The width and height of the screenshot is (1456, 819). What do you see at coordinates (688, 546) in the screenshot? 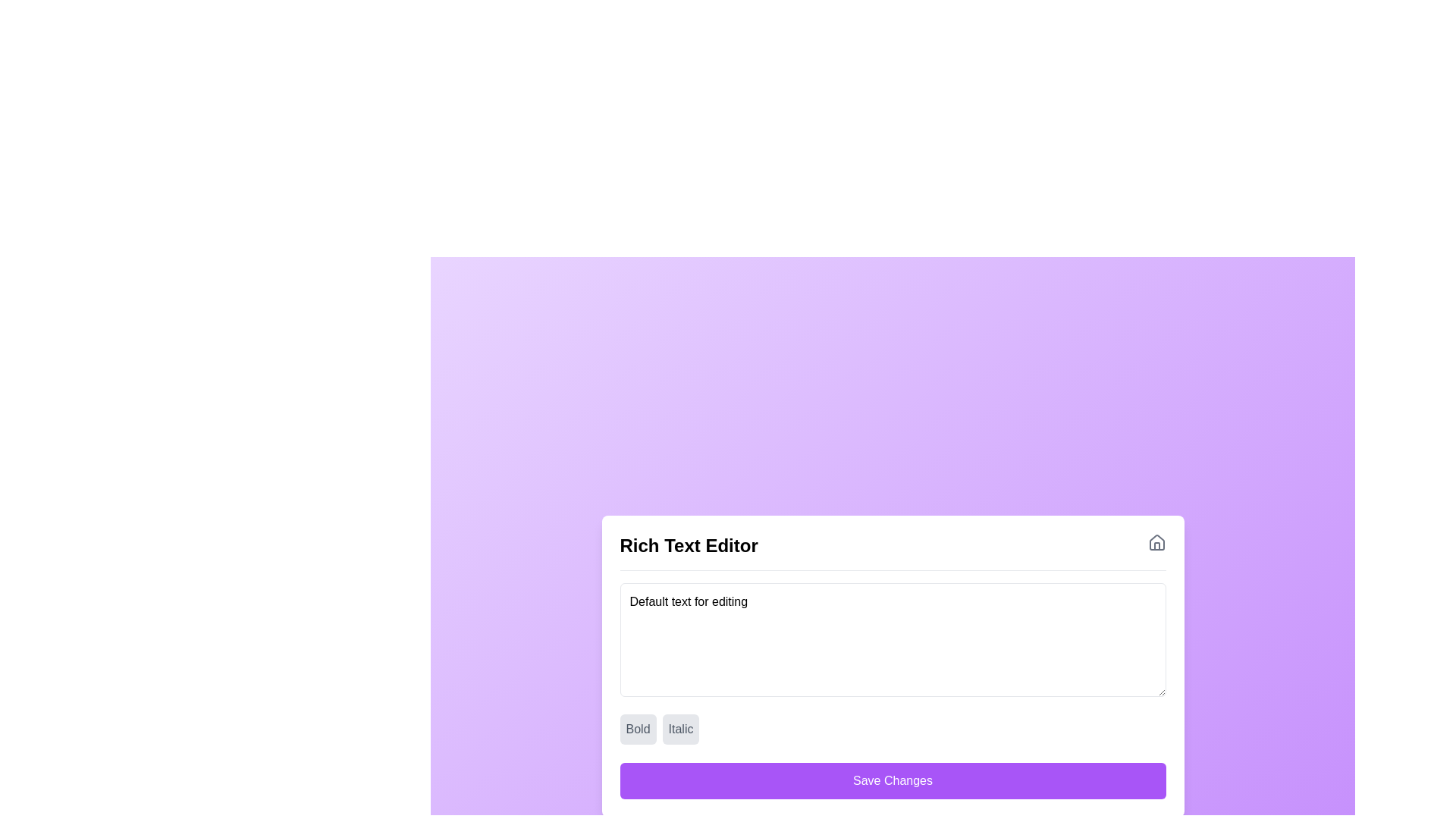
I see `the title label located at the top left of the text editor's toolbar, which serves as the heading for the section below` at bounding box center [688, 546].